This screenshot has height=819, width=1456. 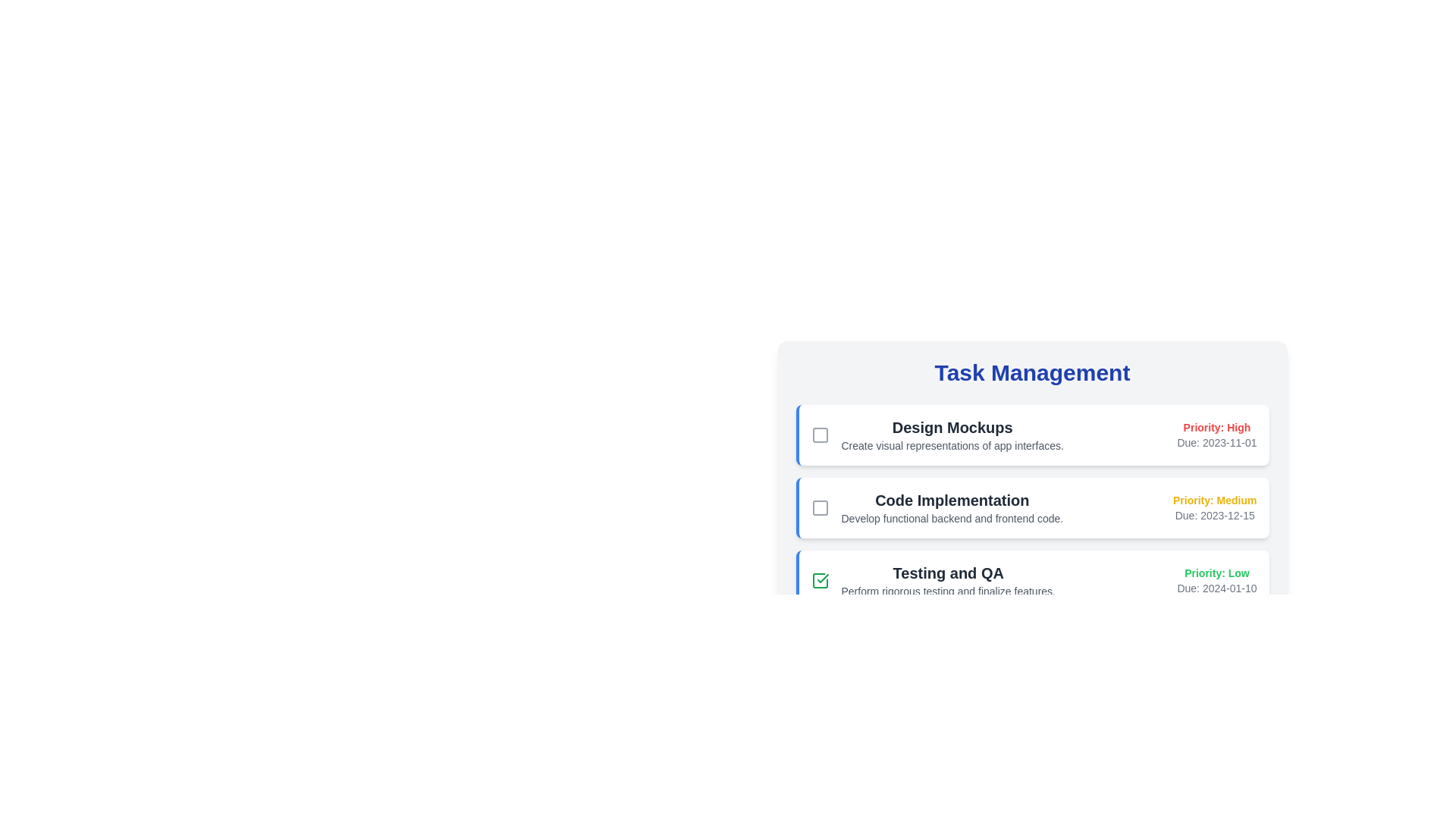 What do you see at coordinates (951, 500) in the screenshot?
I see `heading text labeled 'Code Implementation' which is displayed in bold and styled as a prominent header within the task list` at bounding box center [951, 500].